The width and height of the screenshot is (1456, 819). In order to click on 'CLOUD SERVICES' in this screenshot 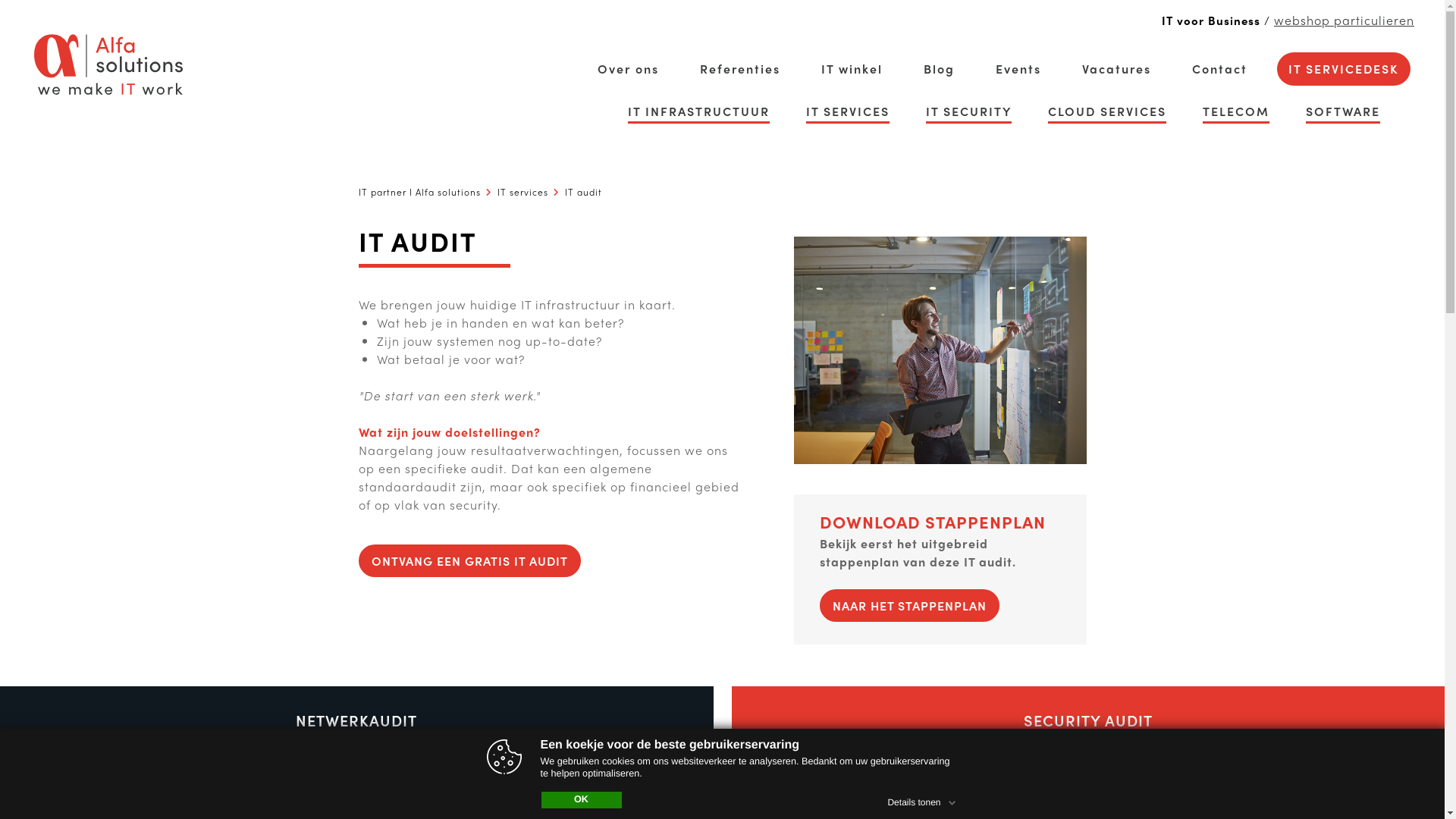, I will do `click(1106, 110)`.